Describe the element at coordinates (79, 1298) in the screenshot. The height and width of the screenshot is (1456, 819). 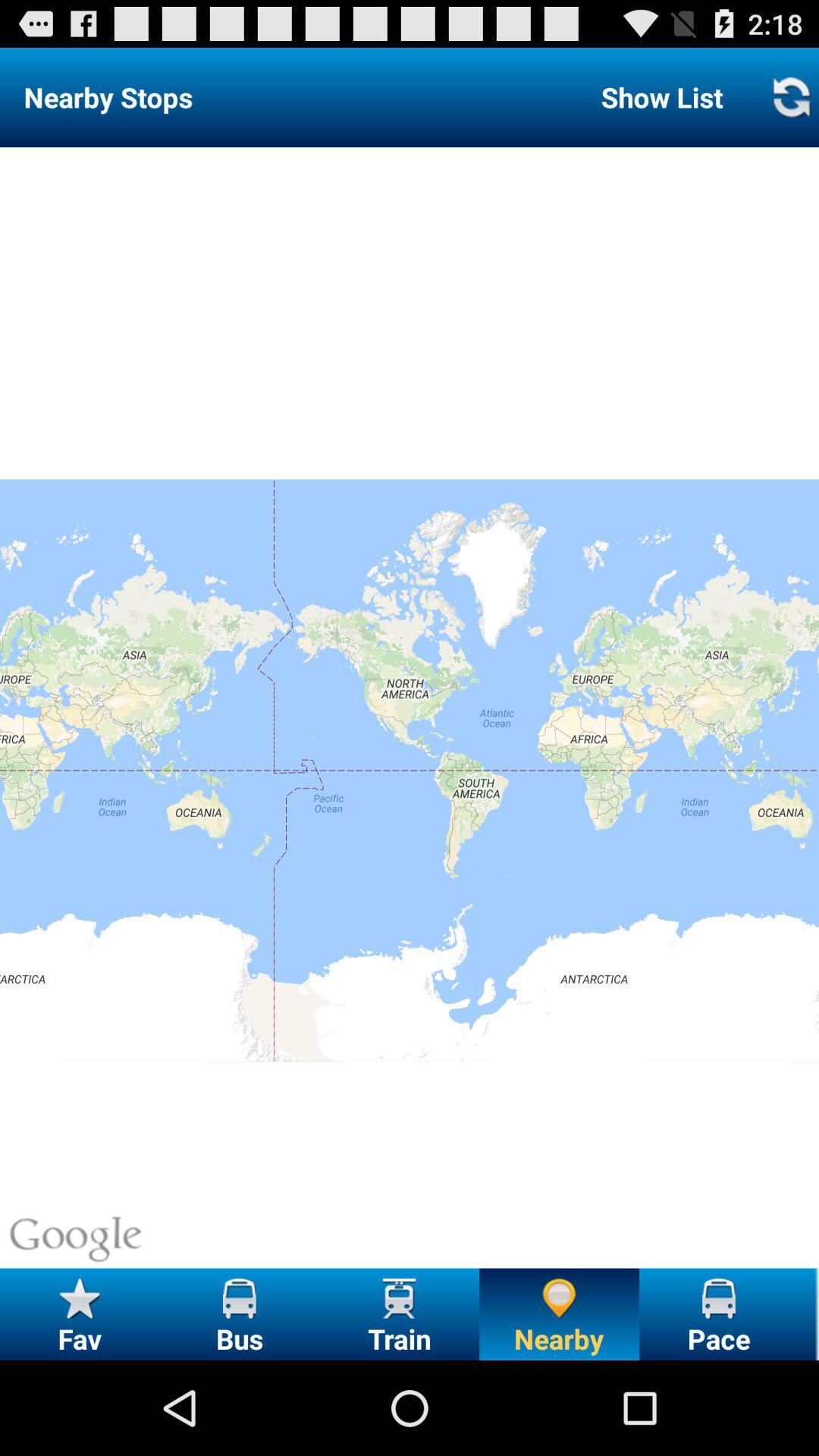
I see `the fav icon` at that location.